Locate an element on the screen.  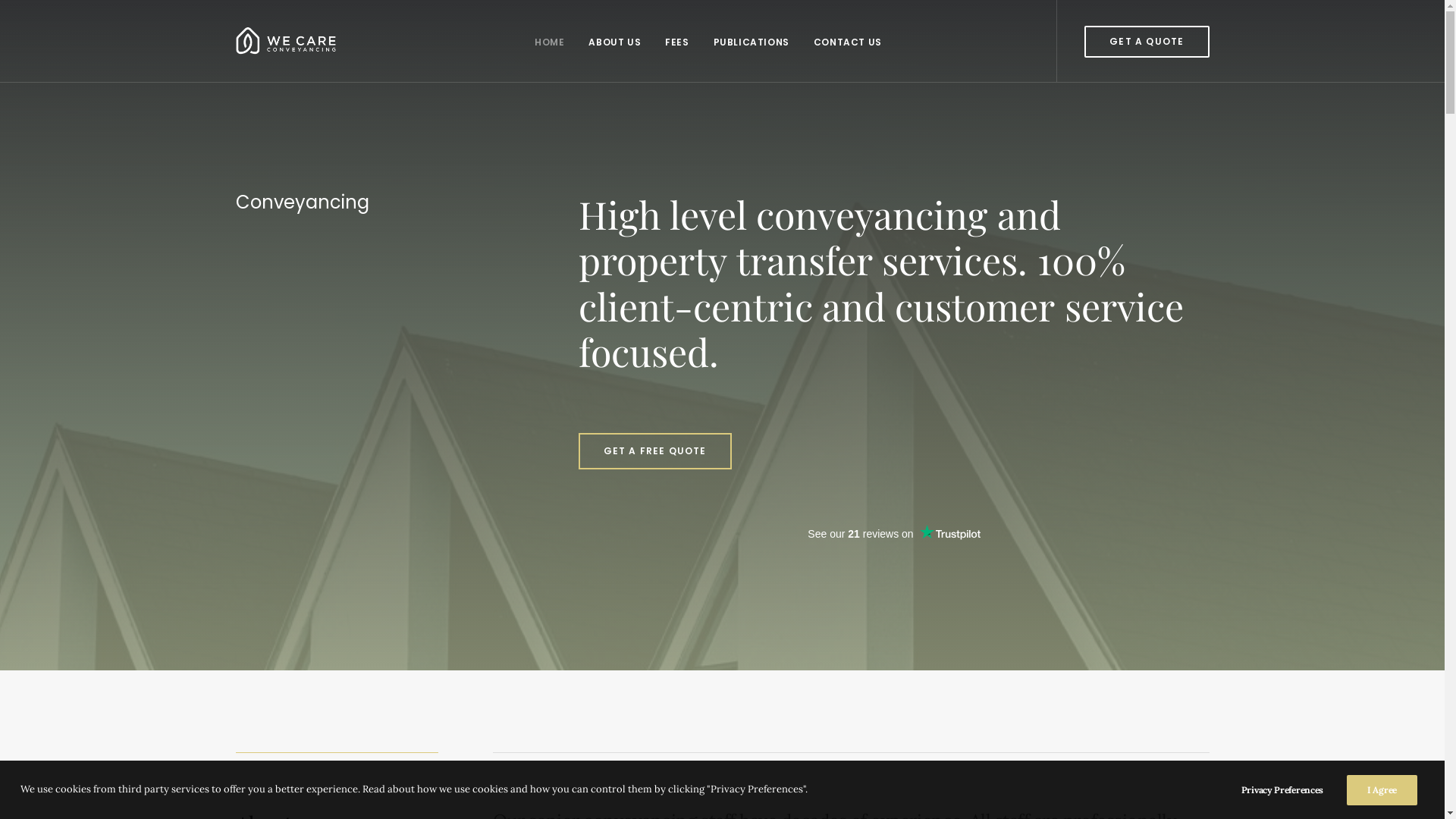
'HOME' is located at coordinates (548, 40).